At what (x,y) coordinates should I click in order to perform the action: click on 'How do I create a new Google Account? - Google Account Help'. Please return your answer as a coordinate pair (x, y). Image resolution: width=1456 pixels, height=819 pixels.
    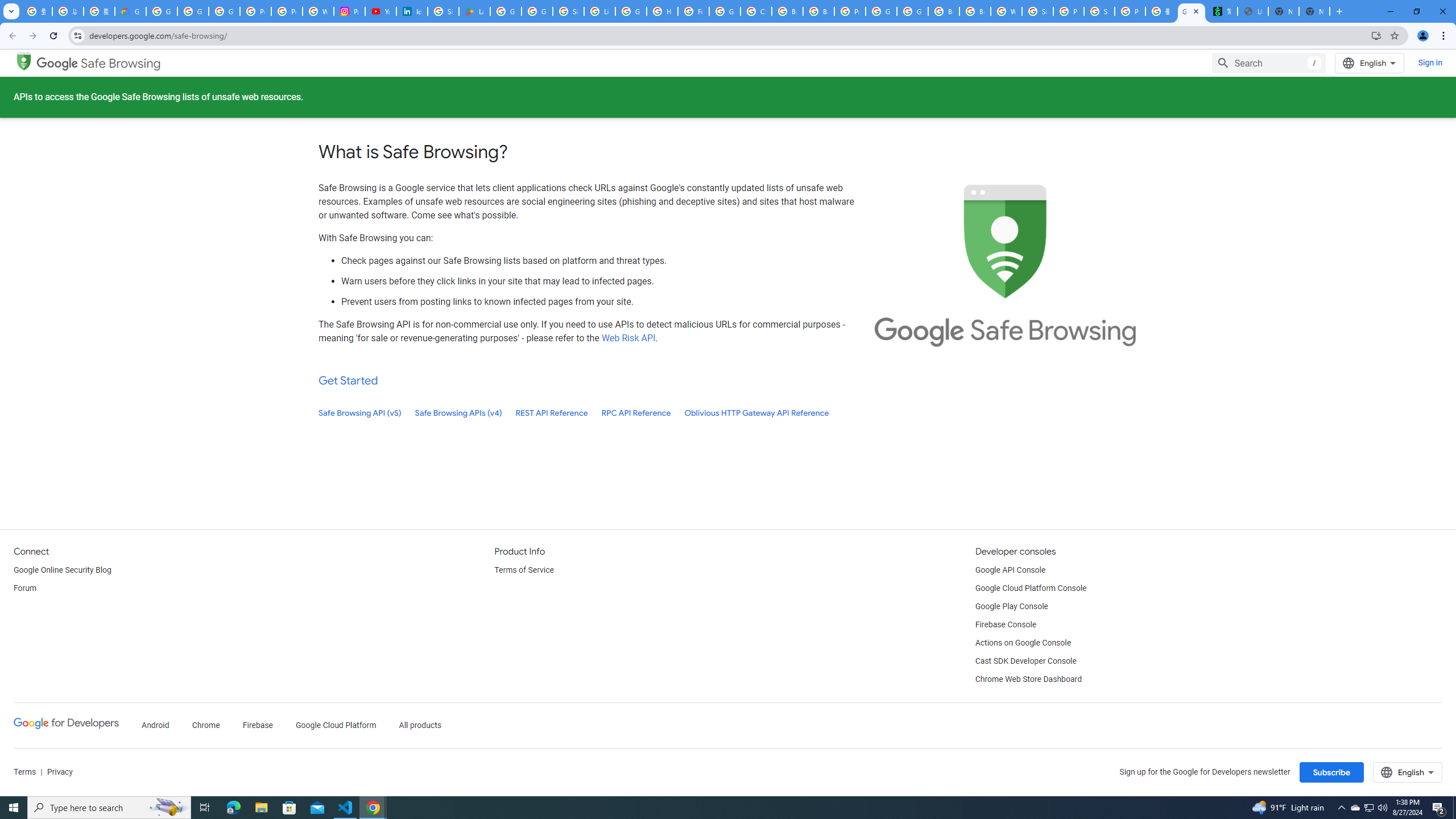
    Looking at the image, I should click on (661, 11).